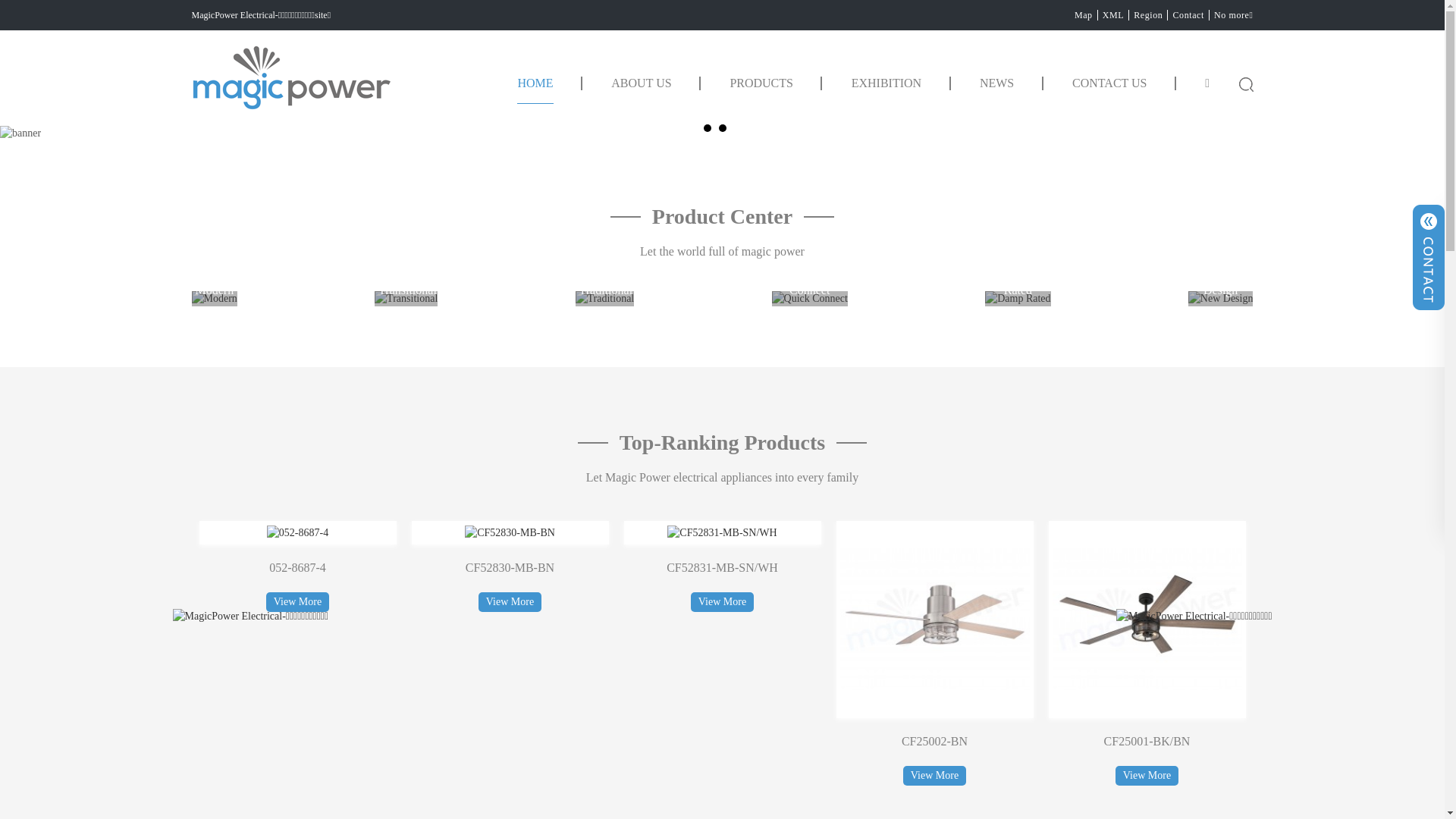  Describe the element at coordinates (1188, 14) in the screenshot. I see `'Contact'` at that location.